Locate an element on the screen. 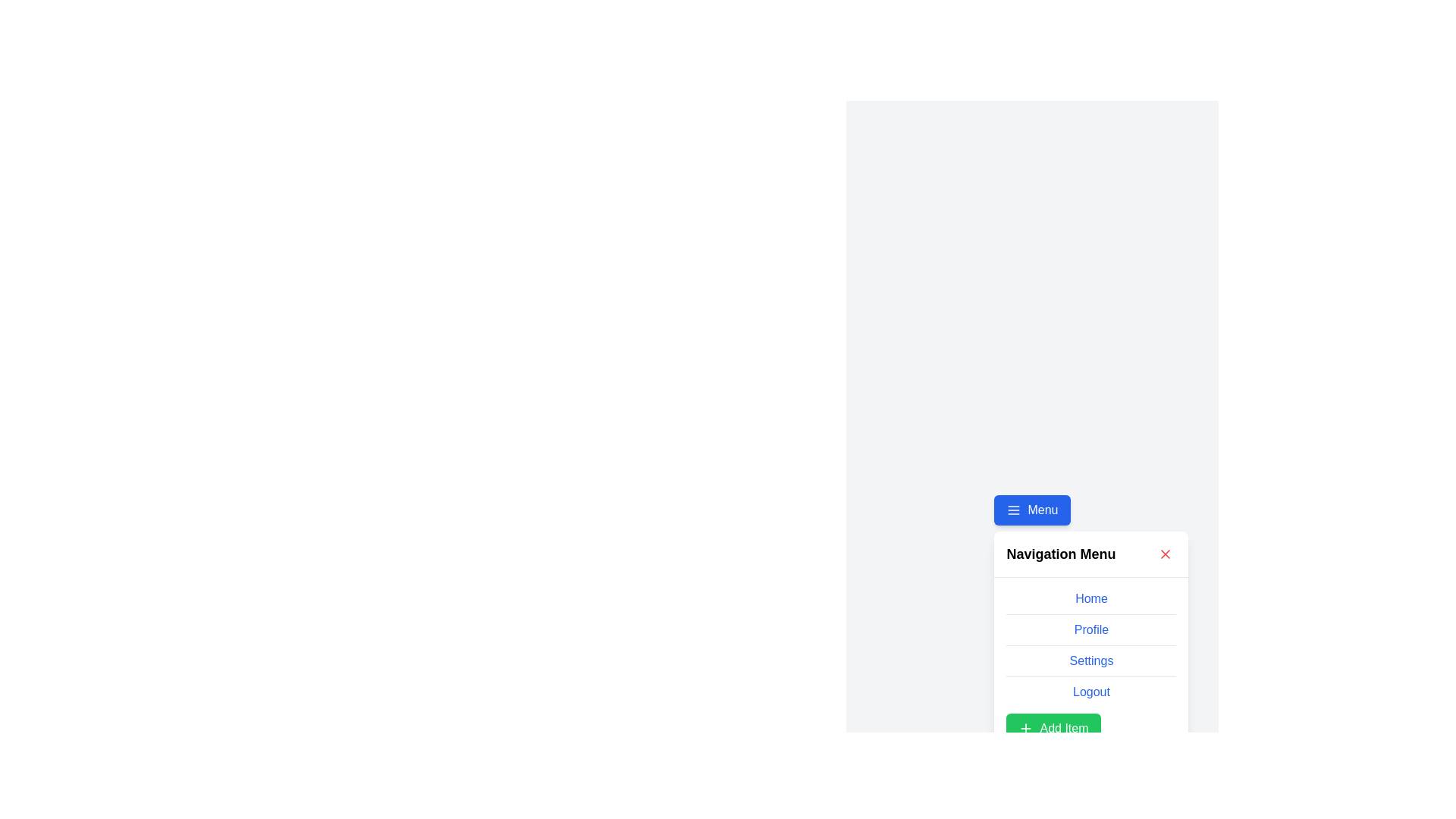 This screenshot has width=1456, height=819. the three-line menu toggle icon located within the blue 'Menu' button to interact with the menu functionality is located at coordinates (1014, 510).